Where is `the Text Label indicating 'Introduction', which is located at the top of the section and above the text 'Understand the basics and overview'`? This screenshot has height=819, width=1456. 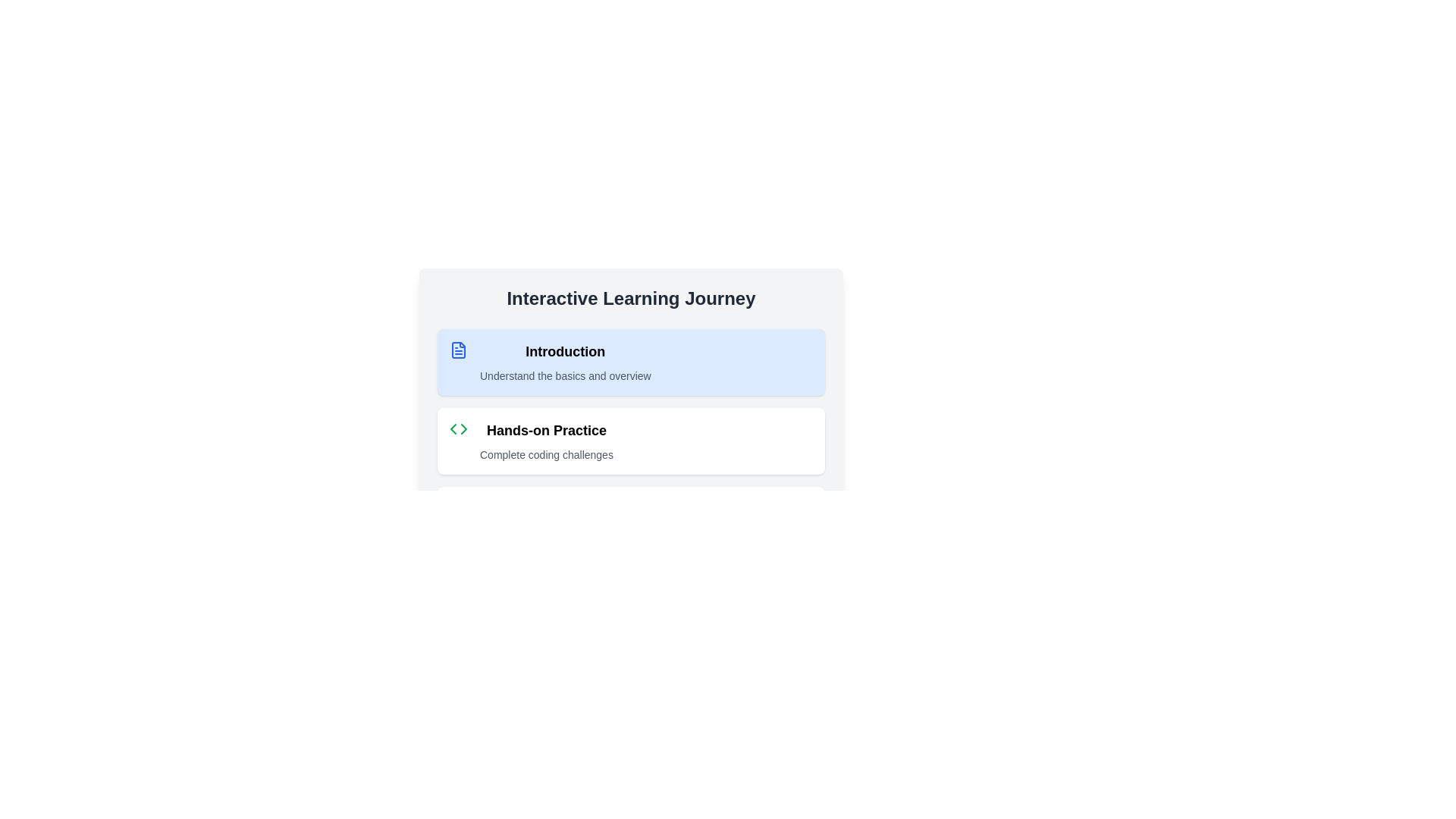
the Text Label indicating 'Introduction', which is located at the top of the section and above the text 'Understand the basics and overview' is located at coordinates (564, 351).